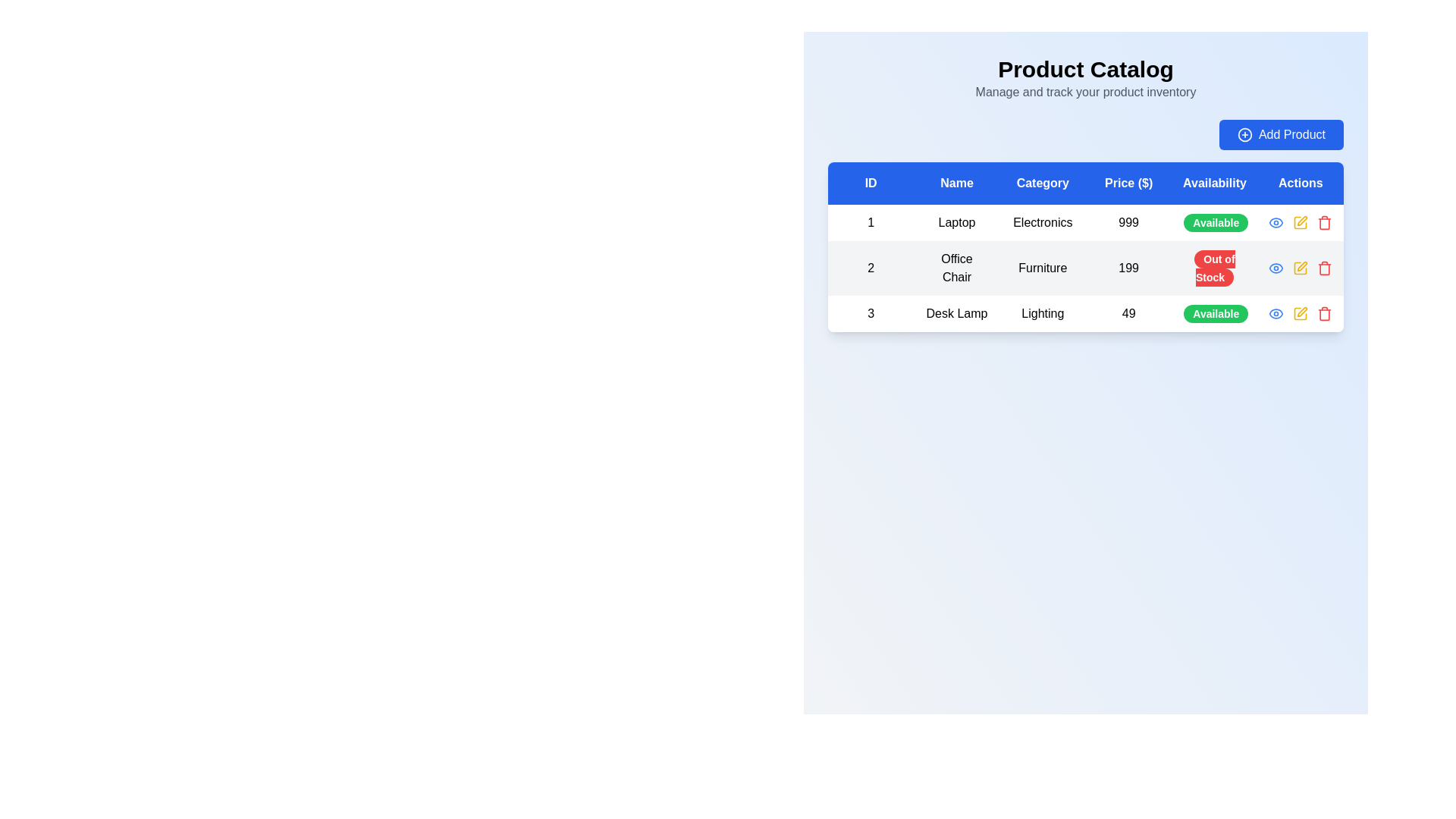 The image size is (1456, 819). What do you see at coordinates (1324, 268) in the screenshot?
I see `the trash can icon located in the Actions column of the second row corresponding to the Office Chair entry to initiate the delete functionality` at bounding box center [1324, 268].